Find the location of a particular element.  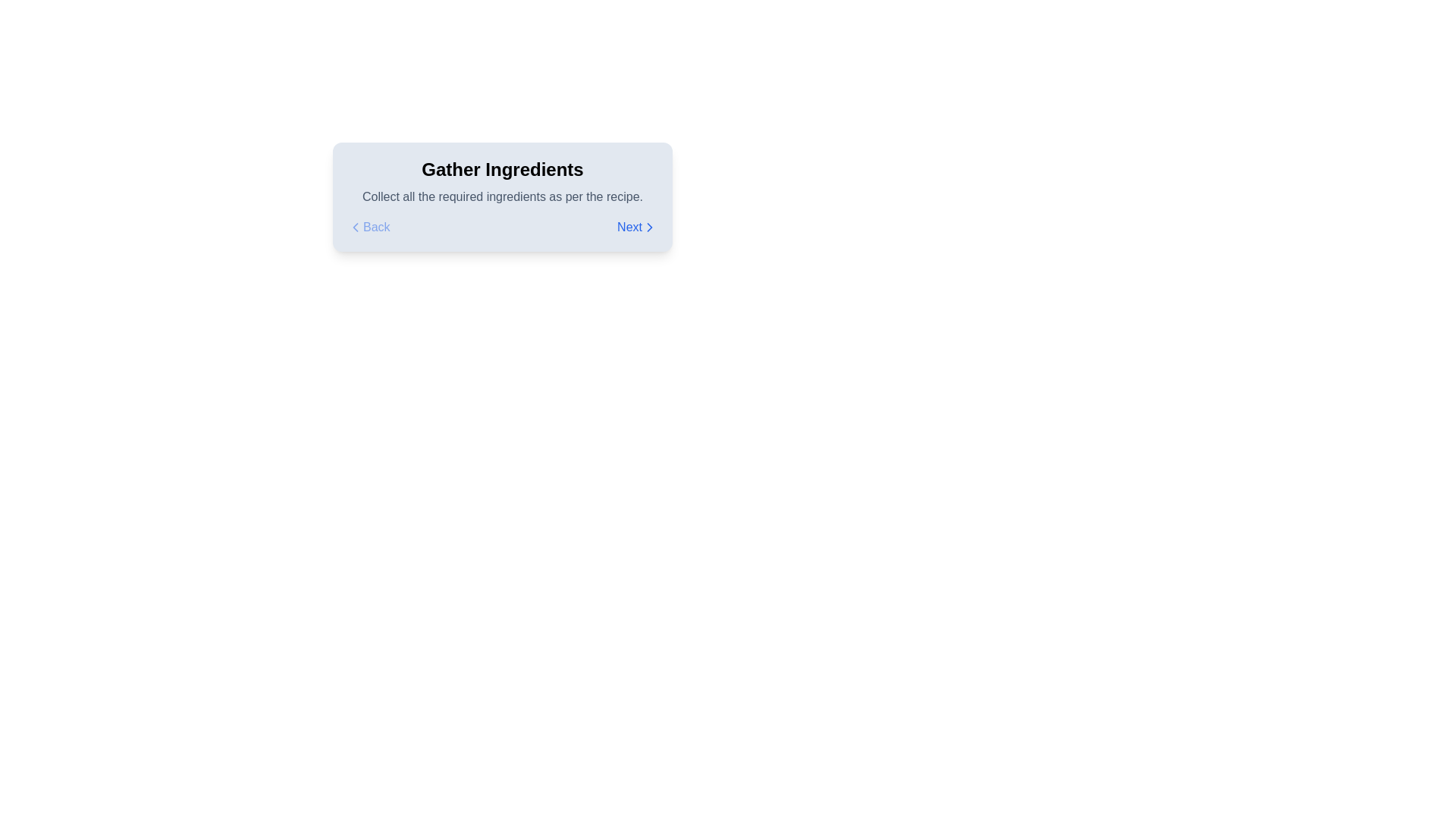

the instructional Text label that provides guidance for the 'Gather Ingredients' section, located between the title and navigation options is located at coordinates (502, 196).